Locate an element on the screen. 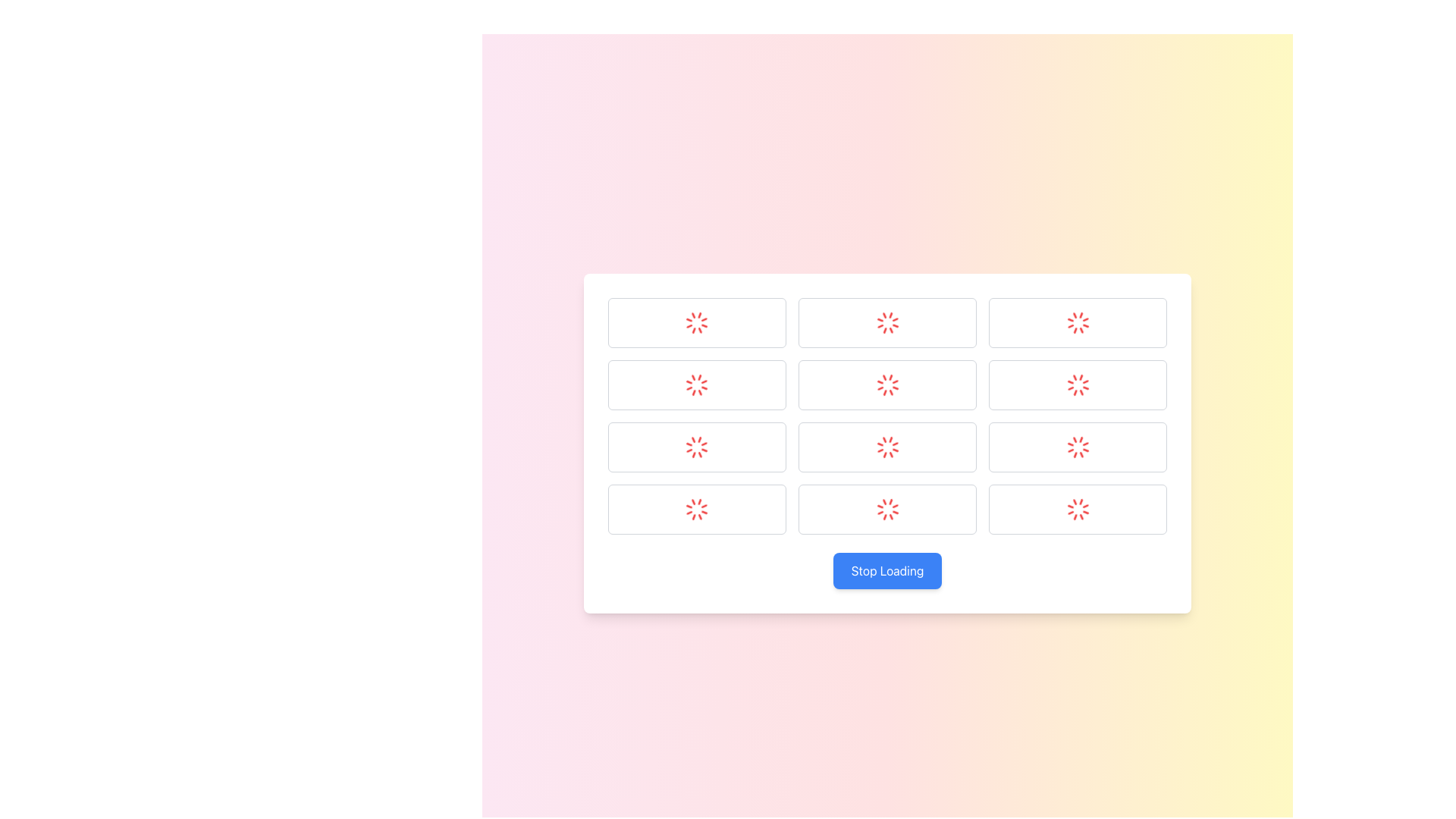 The width and height of the screenshot is (1456, 819). the red-colored loader icon resembling a spinning sunburst, which is centrally located inside a white rectangular border area is located at coordinates (696, 447).